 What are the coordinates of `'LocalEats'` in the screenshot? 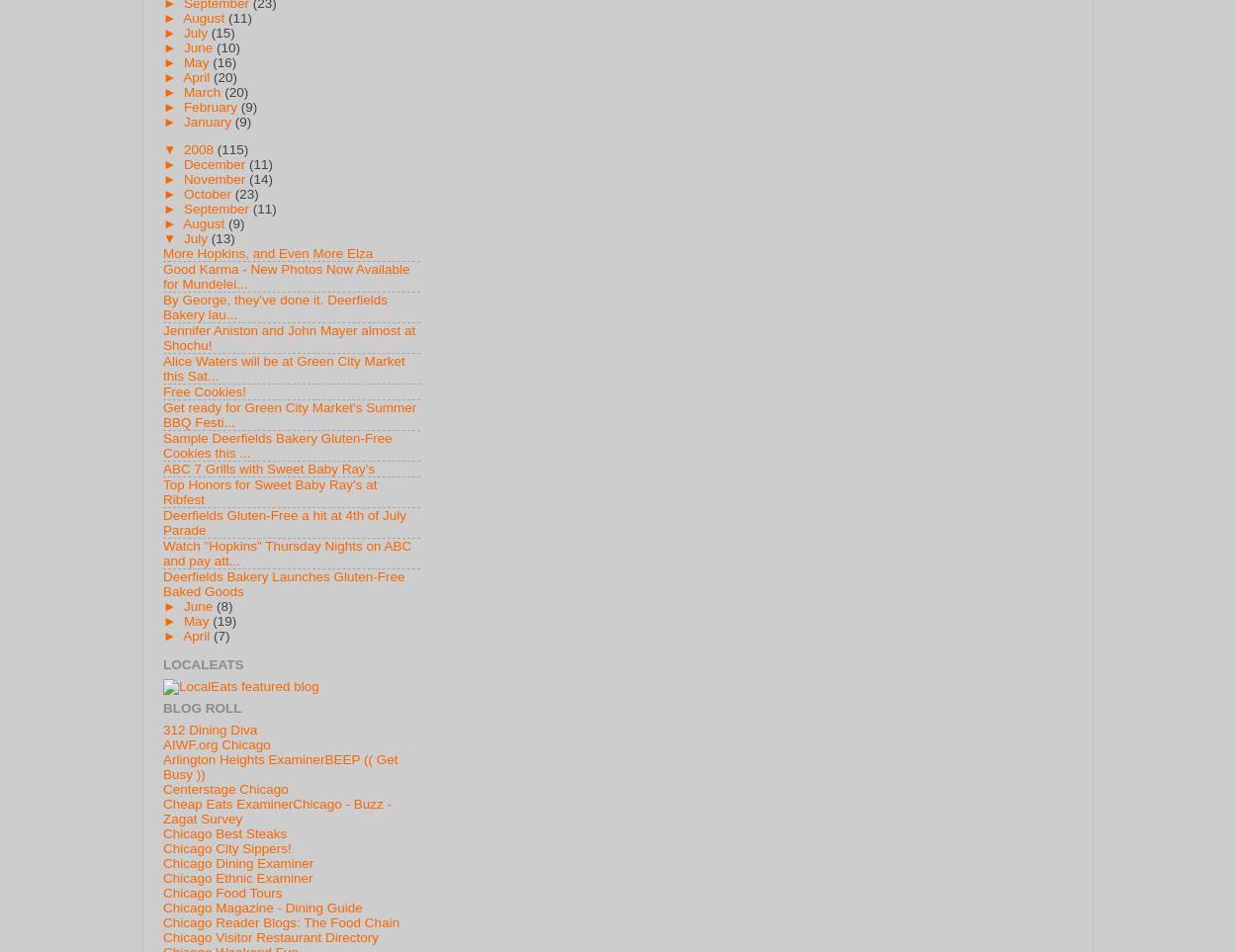 It's located at (202, 663).